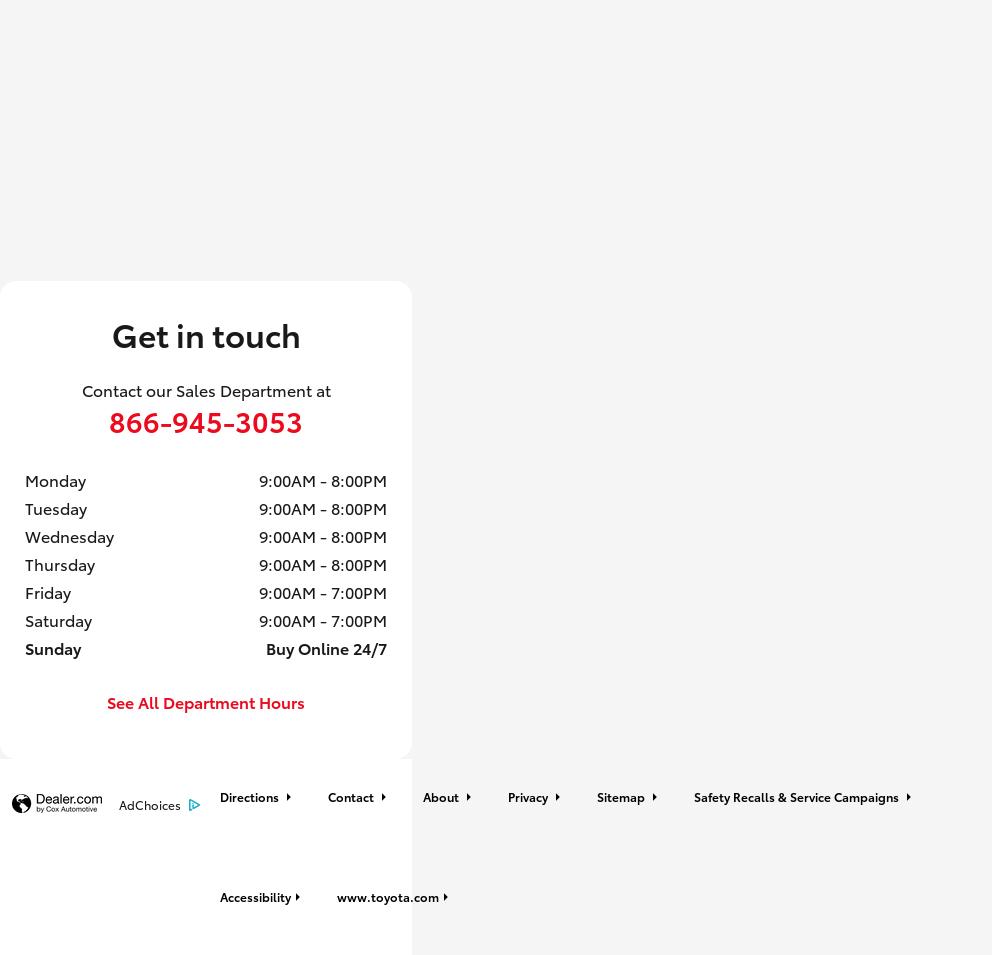 The image size is (992, 955). Describe the element at coordinates (205, 419) in the screenshot. I see `'866-945-3053'` at that location.